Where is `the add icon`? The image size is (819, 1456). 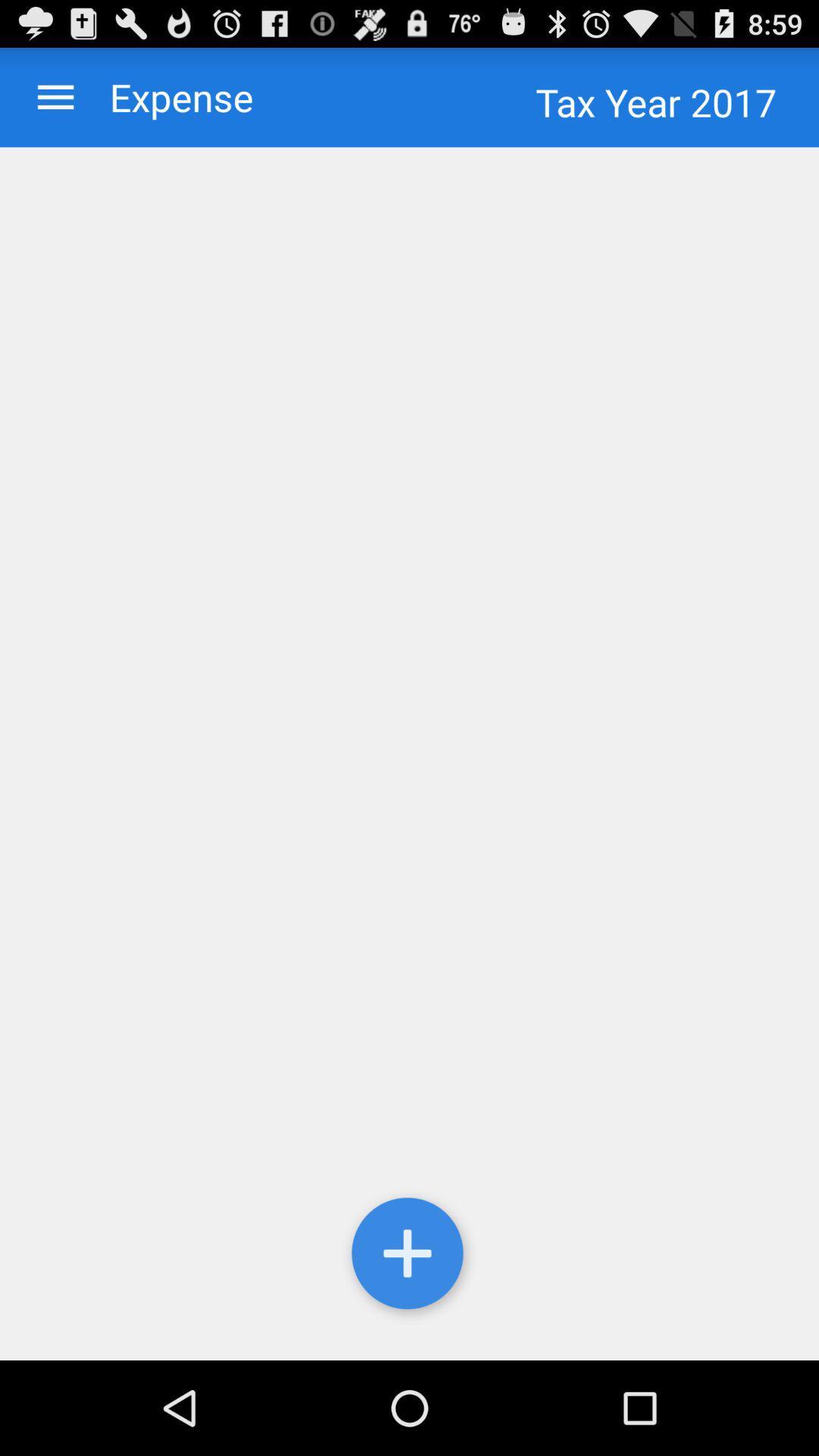
the add icon is located at coordinates (409, 1345).